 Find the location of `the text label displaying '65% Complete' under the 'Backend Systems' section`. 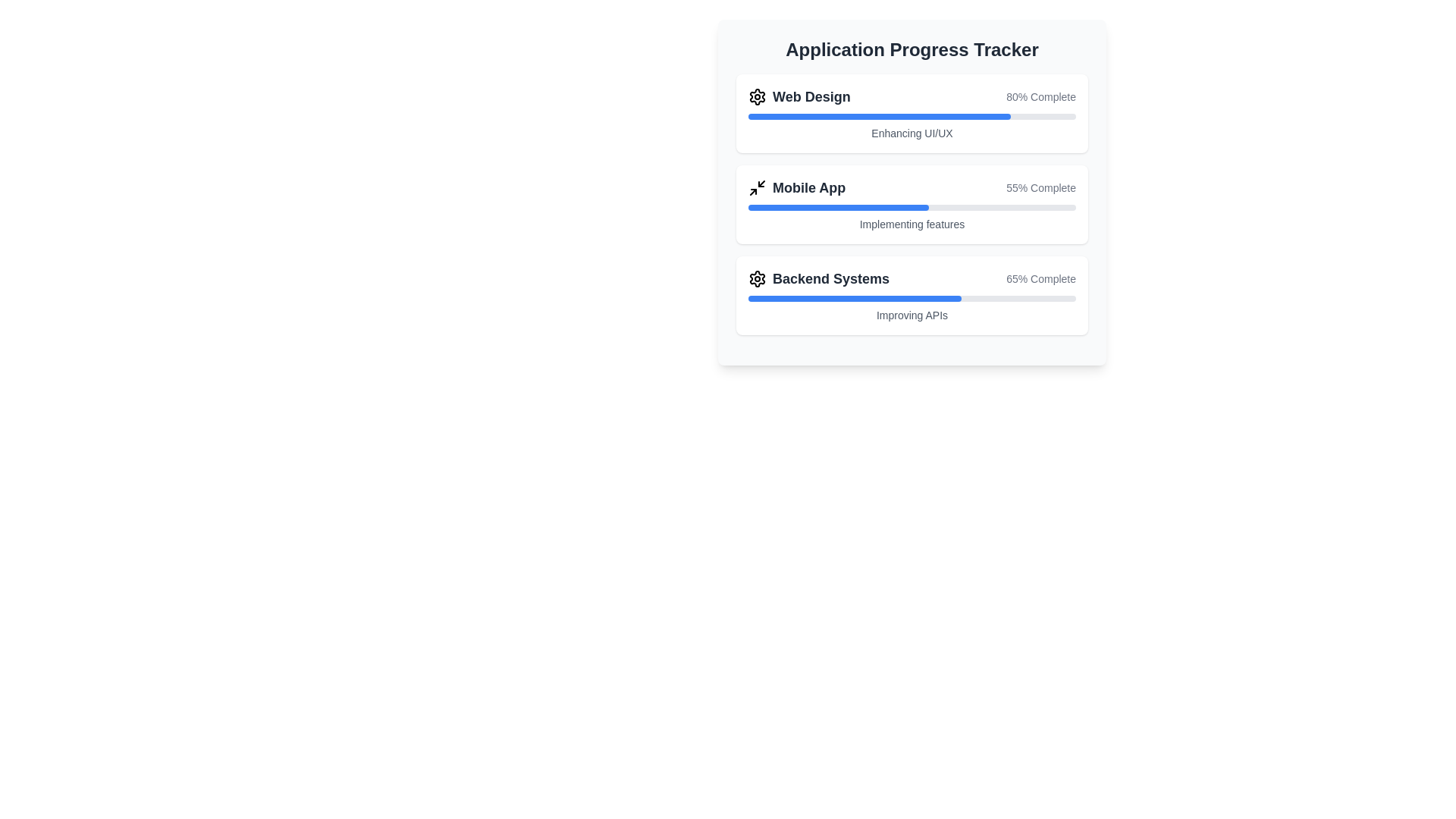

the text label displaying '65% Complete' under the 'Backend Systems' section is located at coordinates (1040, 278).